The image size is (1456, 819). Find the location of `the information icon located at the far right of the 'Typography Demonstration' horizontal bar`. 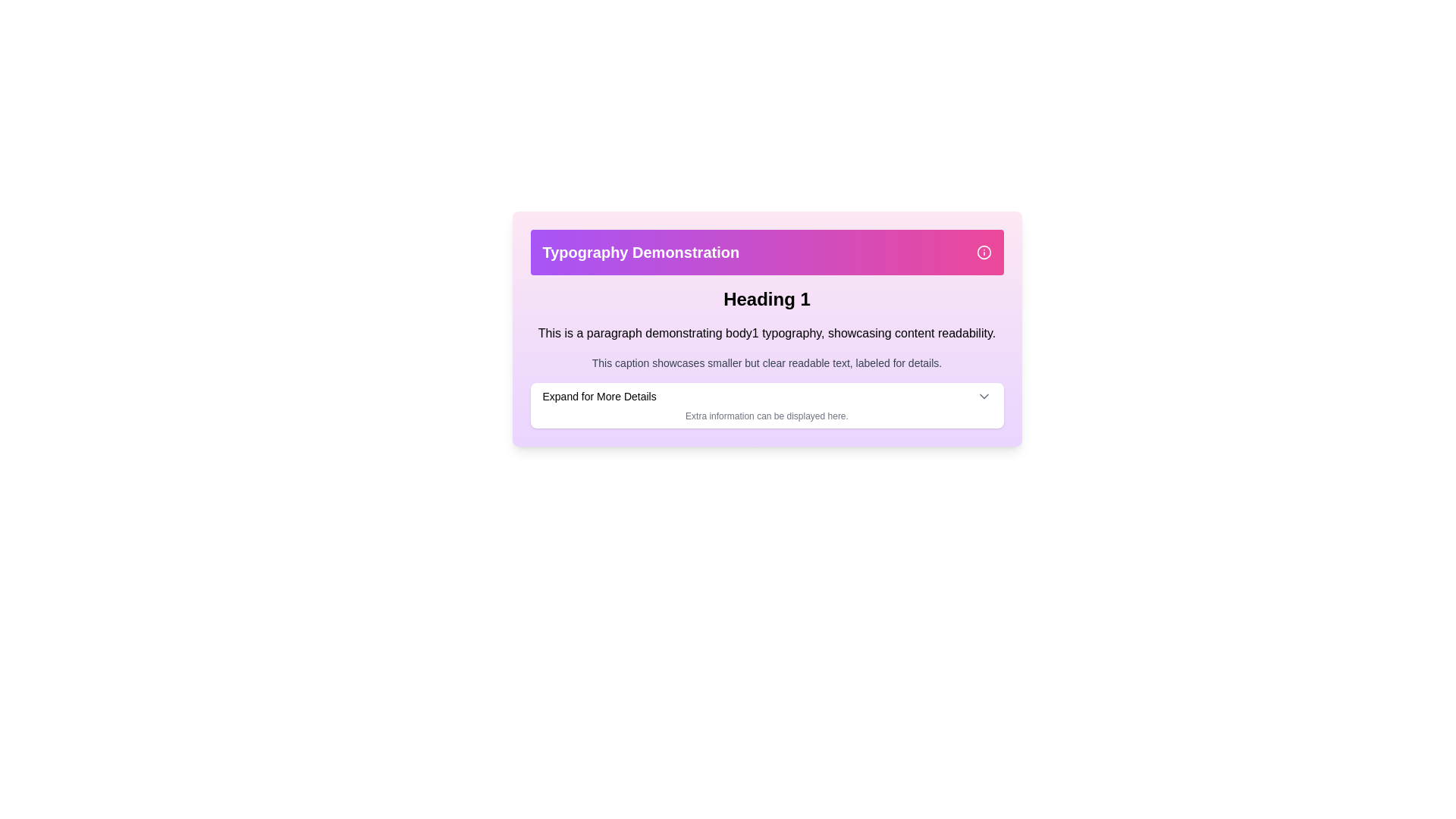

the information icon located at the far right of the 'Typography Demonstration' horizontal bar is located at coordinates (984, 251).